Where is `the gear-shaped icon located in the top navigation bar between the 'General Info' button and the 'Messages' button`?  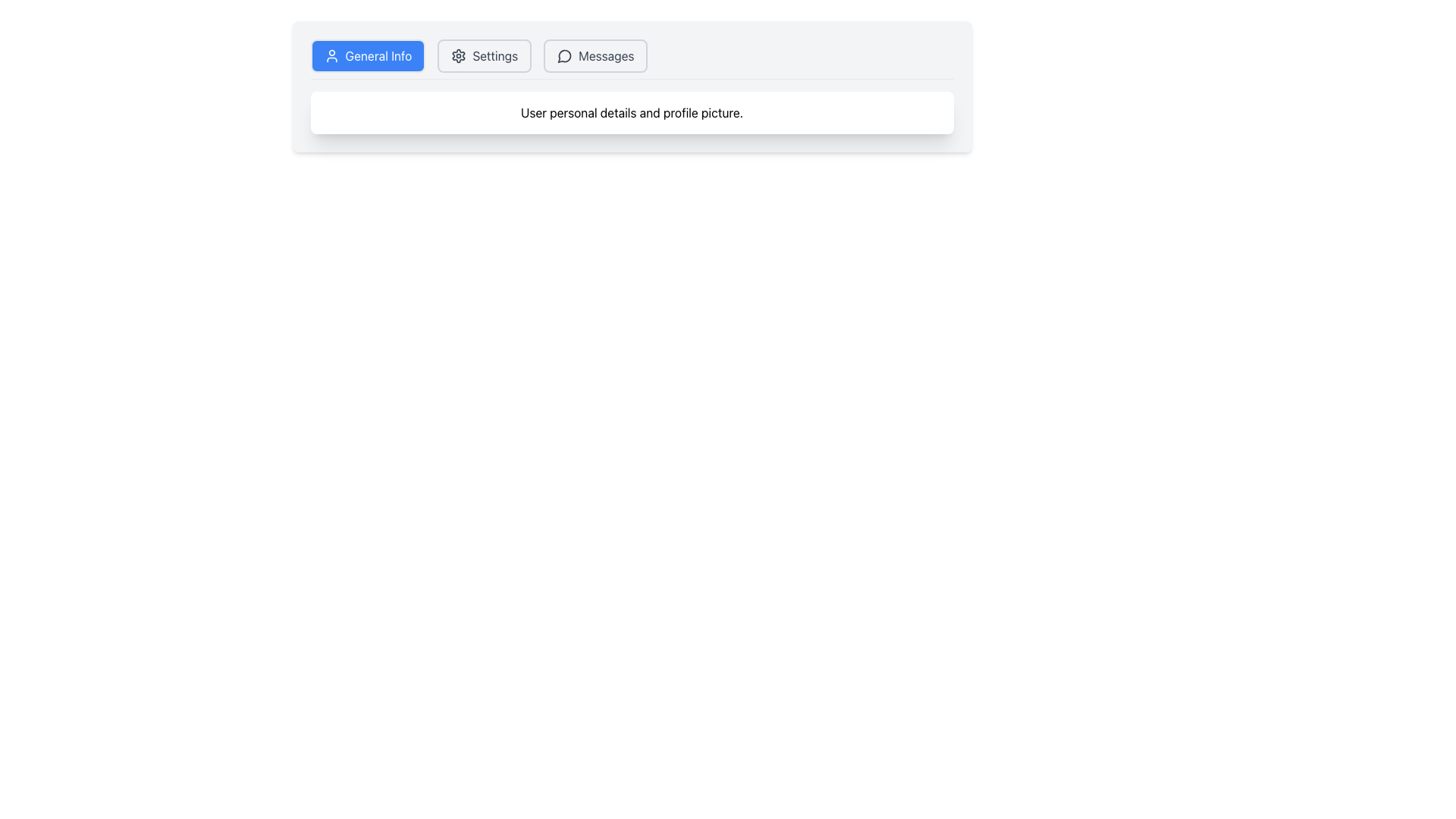 the gear-shaped icon located in the top navigation bar between the 'General Info' button and the 'Messages' button is located at coordinates (458, 55).